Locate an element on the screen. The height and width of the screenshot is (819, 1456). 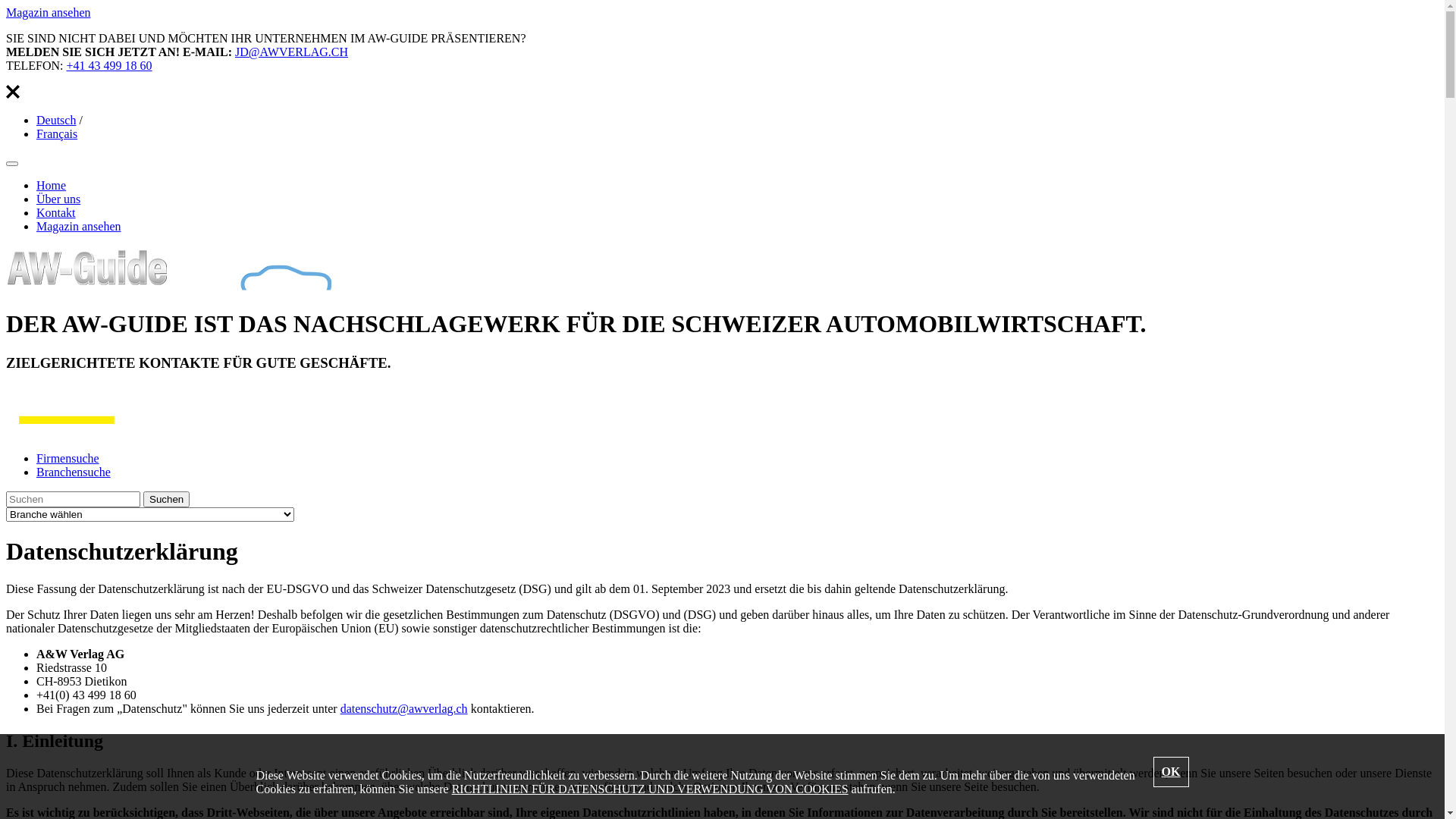
'Firmensuche' is located at coordinates (67, 457).